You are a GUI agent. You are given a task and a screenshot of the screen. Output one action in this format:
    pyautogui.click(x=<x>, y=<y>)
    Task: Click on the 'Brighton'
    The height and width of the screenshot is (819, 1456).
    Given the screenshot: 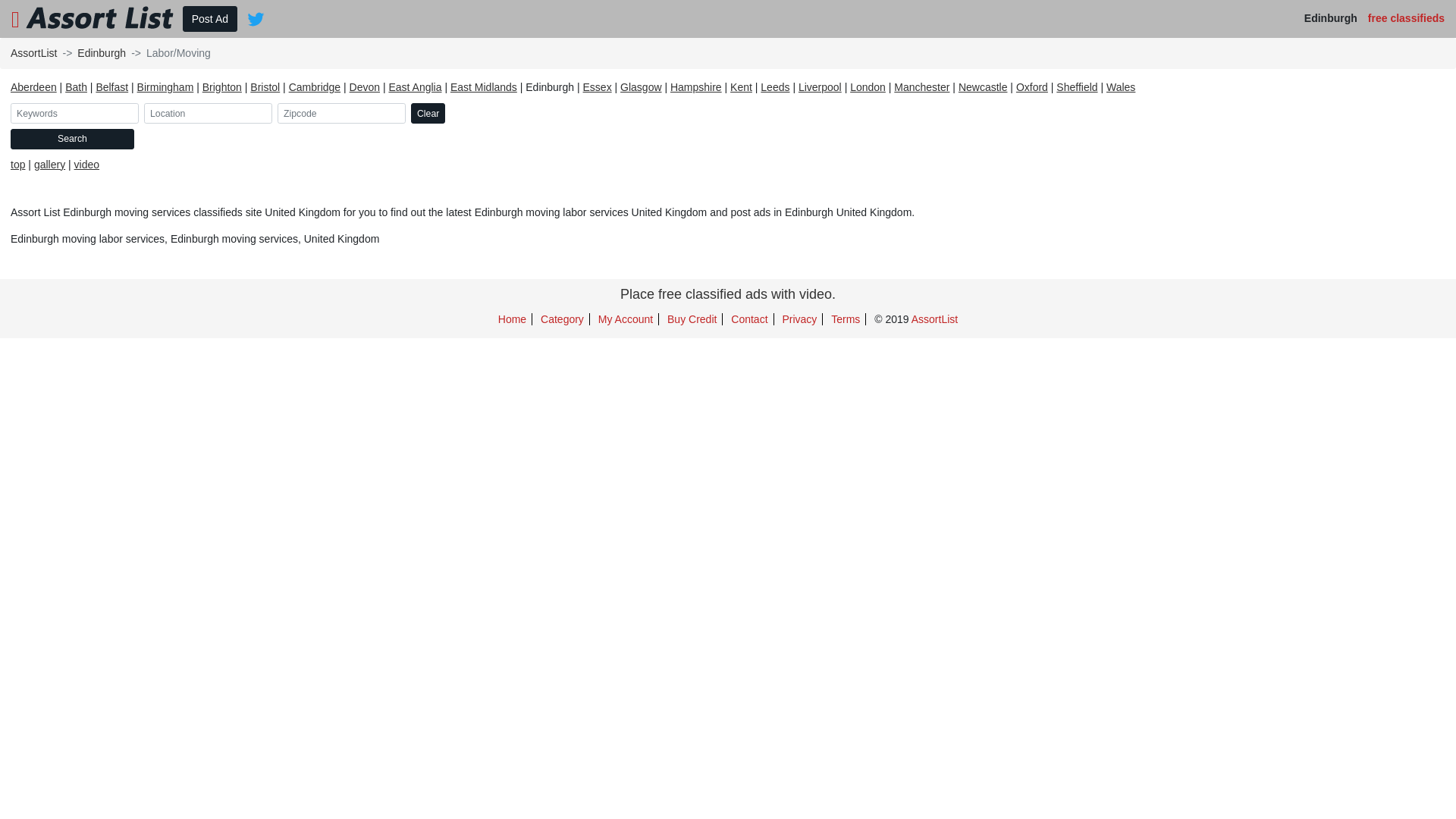 What is the action you would take?
    pyautogui.click(x=202, y=87)
    